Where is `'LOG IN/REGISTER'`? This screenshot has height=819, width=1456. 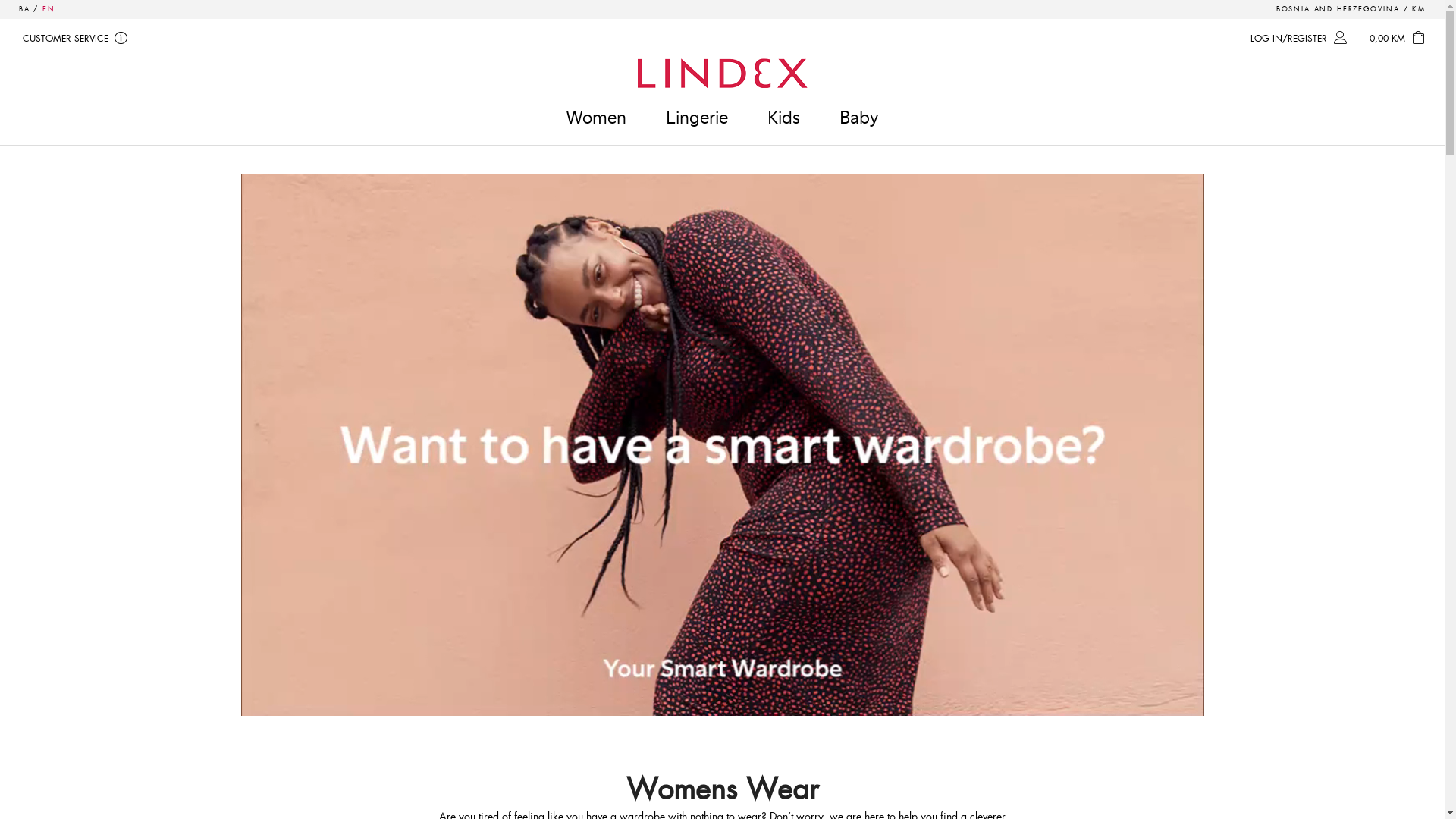
'LOG IN/REGISTER' is located at coordinates (1301, 38).